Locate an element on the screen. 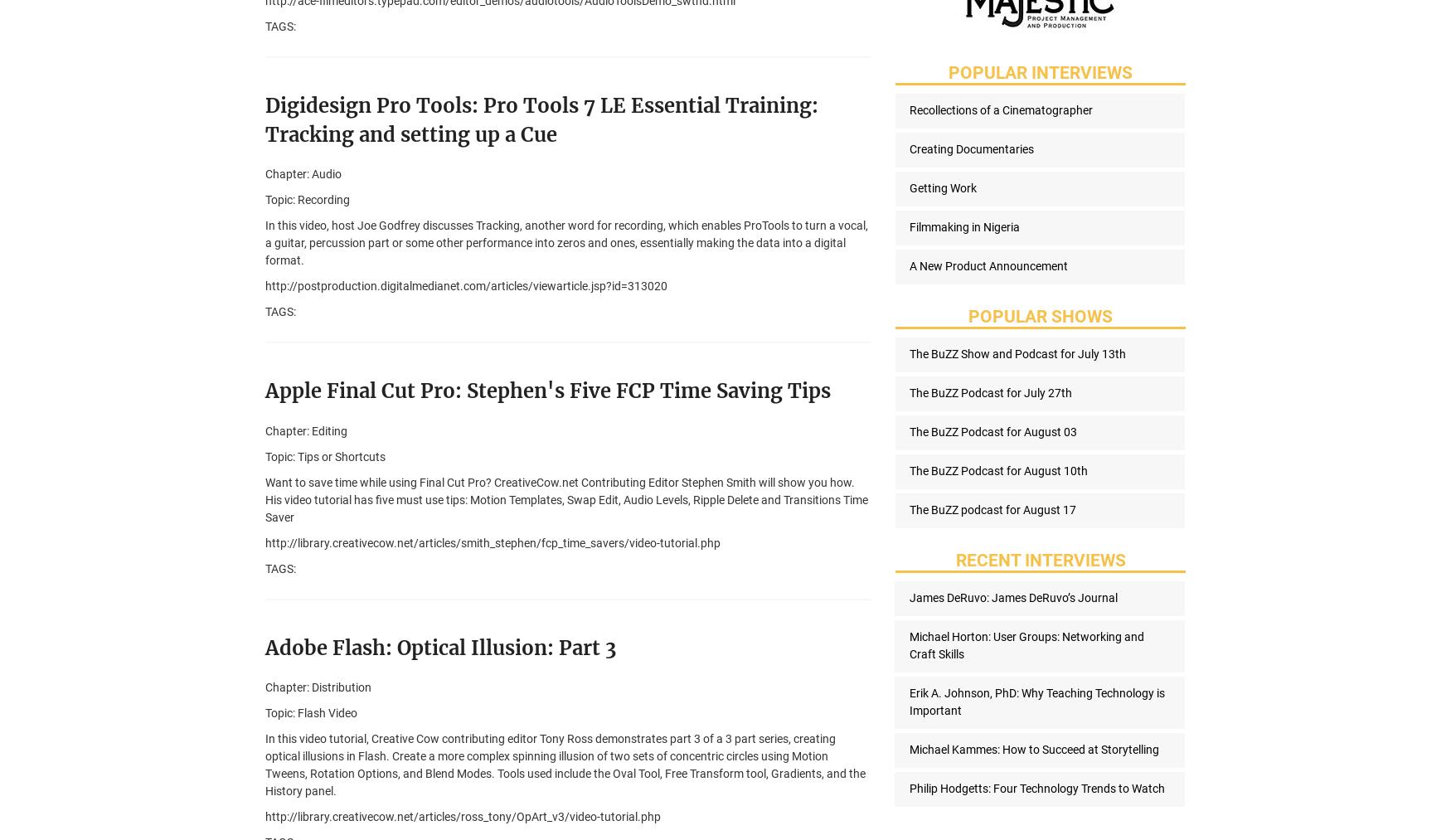  'http://postproduction.digitalmedianet.com/articles/viewarticle.jsp?id=313020' is located at coordinates (465, 286).